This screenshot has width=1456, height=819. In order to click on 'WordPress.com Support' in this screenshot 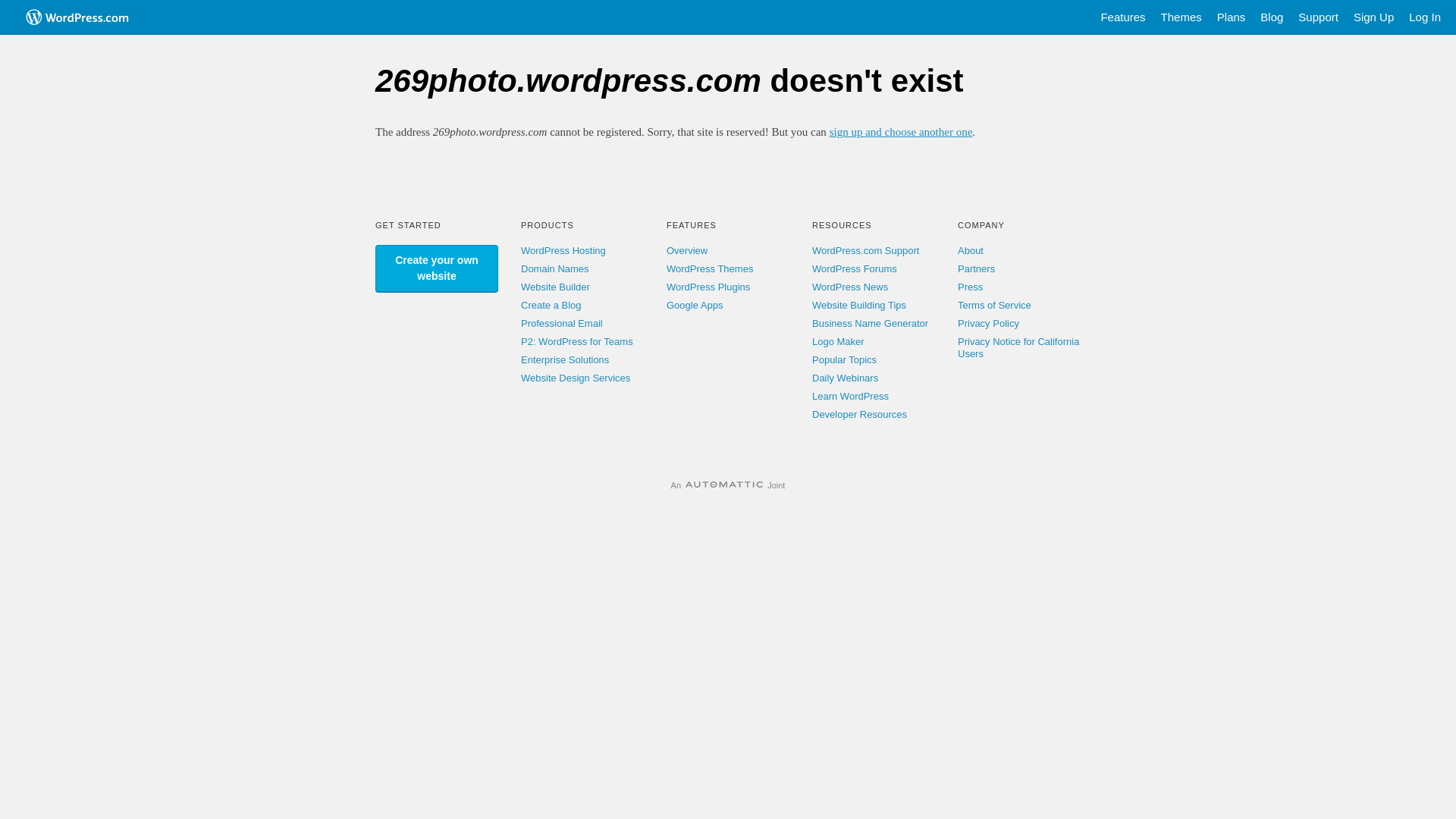, I will do `click(865, 249)`.